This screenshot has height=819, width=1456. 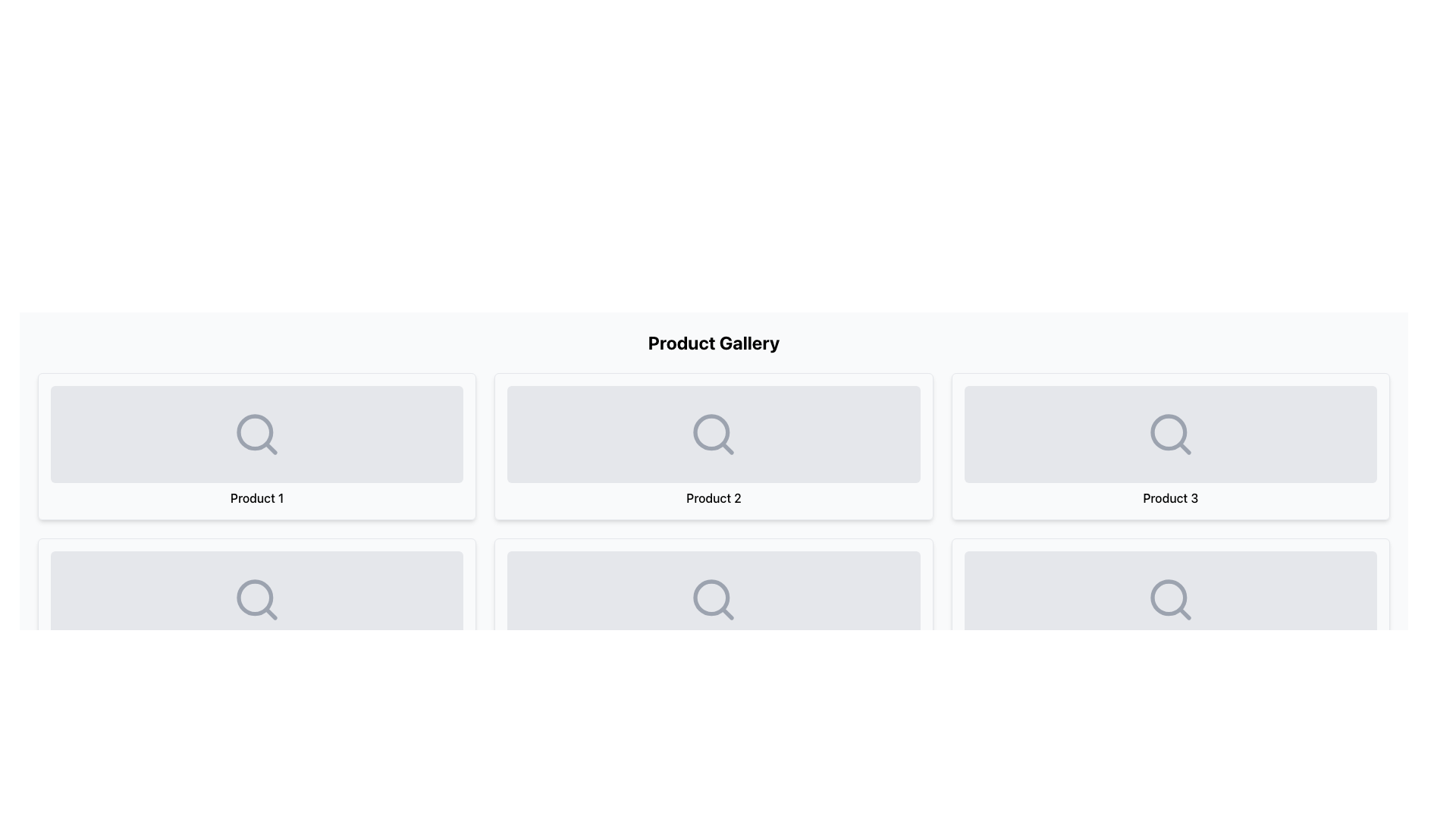 I want to click on the product card element containing the gray magnifying glass icon and labeled 'Product 3', located in the top row of the grid layout, so click(x=1169, y=446).